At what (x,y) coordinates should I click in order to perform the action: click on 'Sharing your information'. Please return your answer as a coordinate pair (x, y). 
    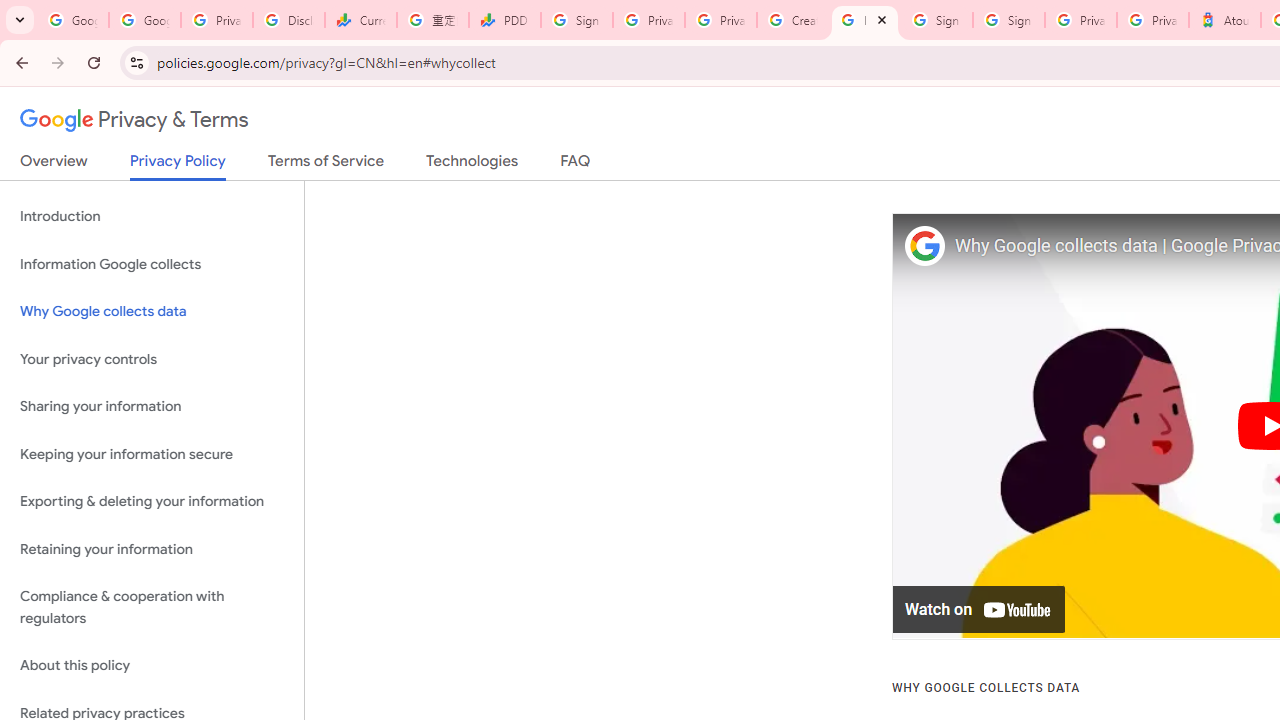
    Looking at the image, I should click on (151, 406).